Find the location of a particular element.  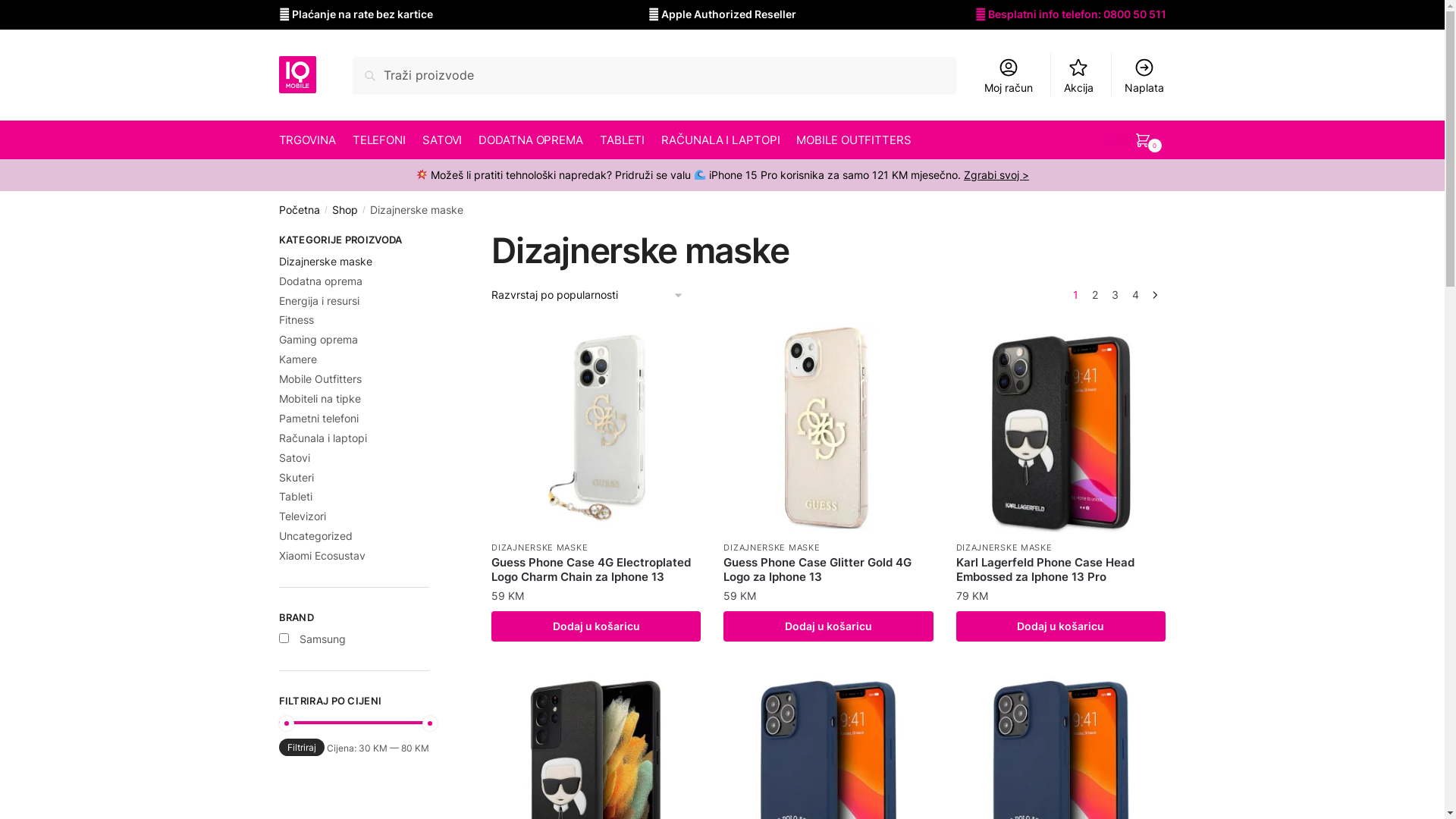

'4' is located at coordinates (1135, 295).